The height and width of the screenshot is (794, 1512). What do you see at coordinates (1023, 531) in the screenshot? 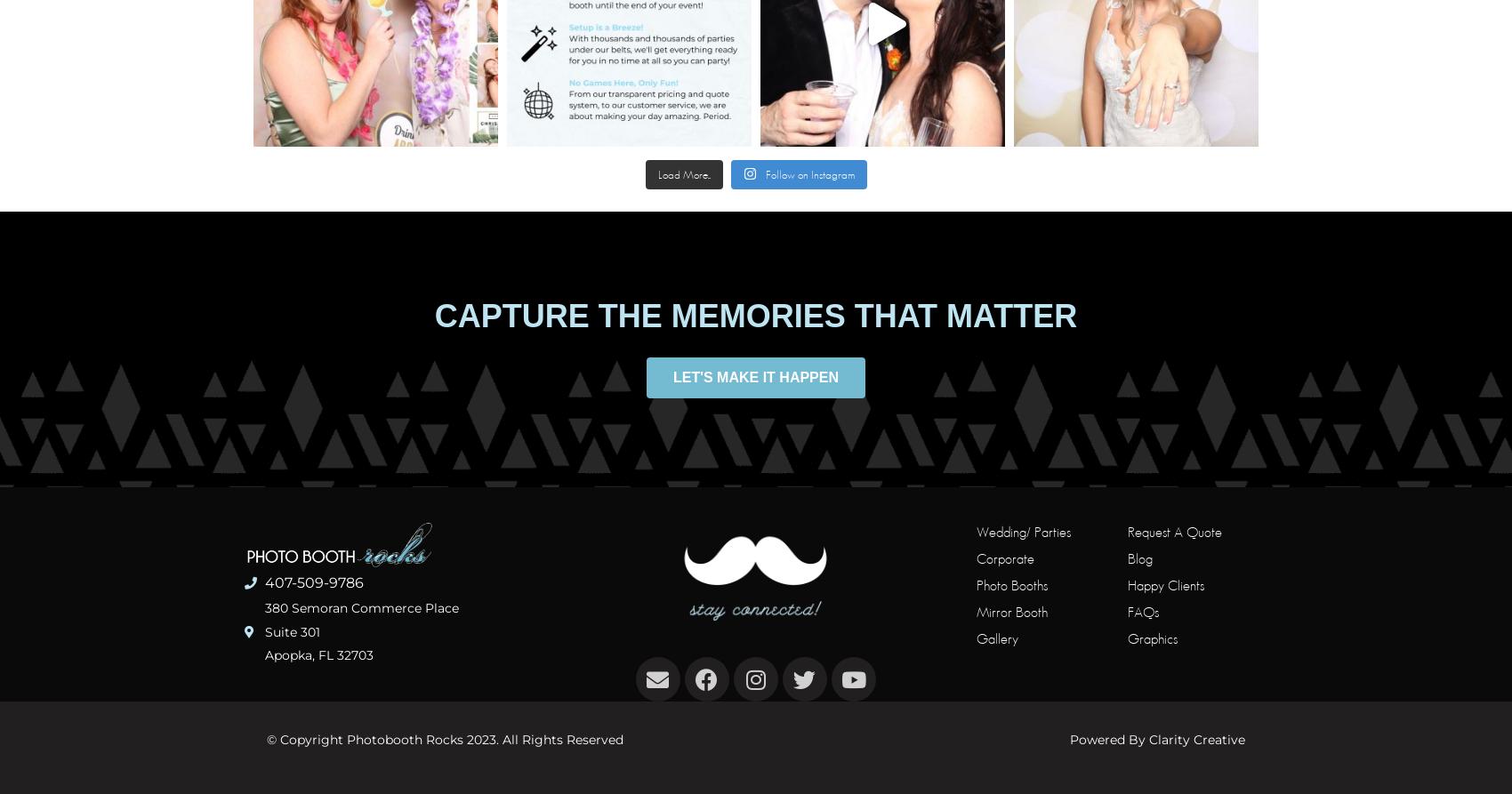
I see `'Wedding/ Parties'` at bounding box center [1023, 531].